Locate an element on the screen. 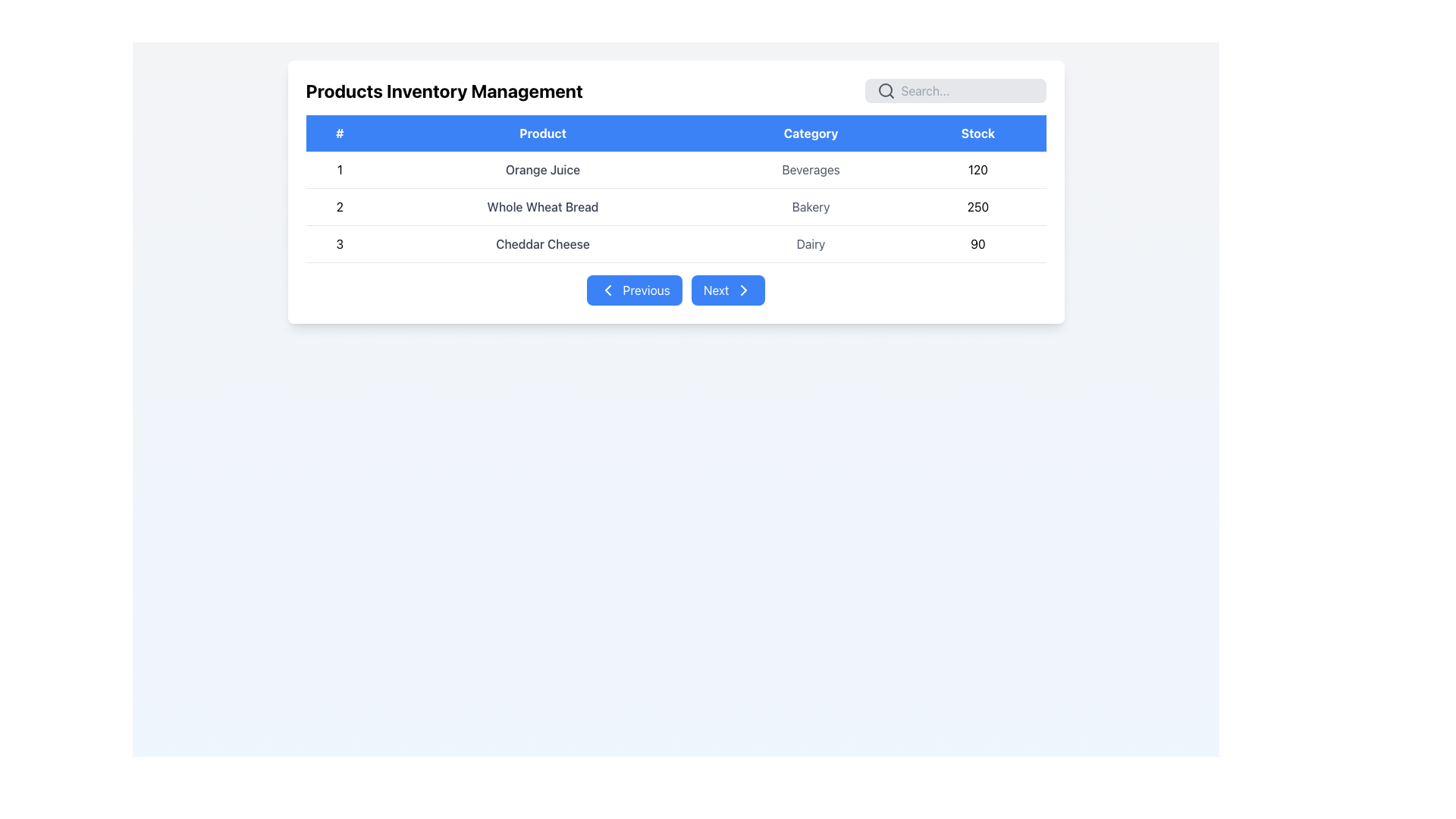  the numerical label displaying the digit '1' is located at coordinates (339, 170).